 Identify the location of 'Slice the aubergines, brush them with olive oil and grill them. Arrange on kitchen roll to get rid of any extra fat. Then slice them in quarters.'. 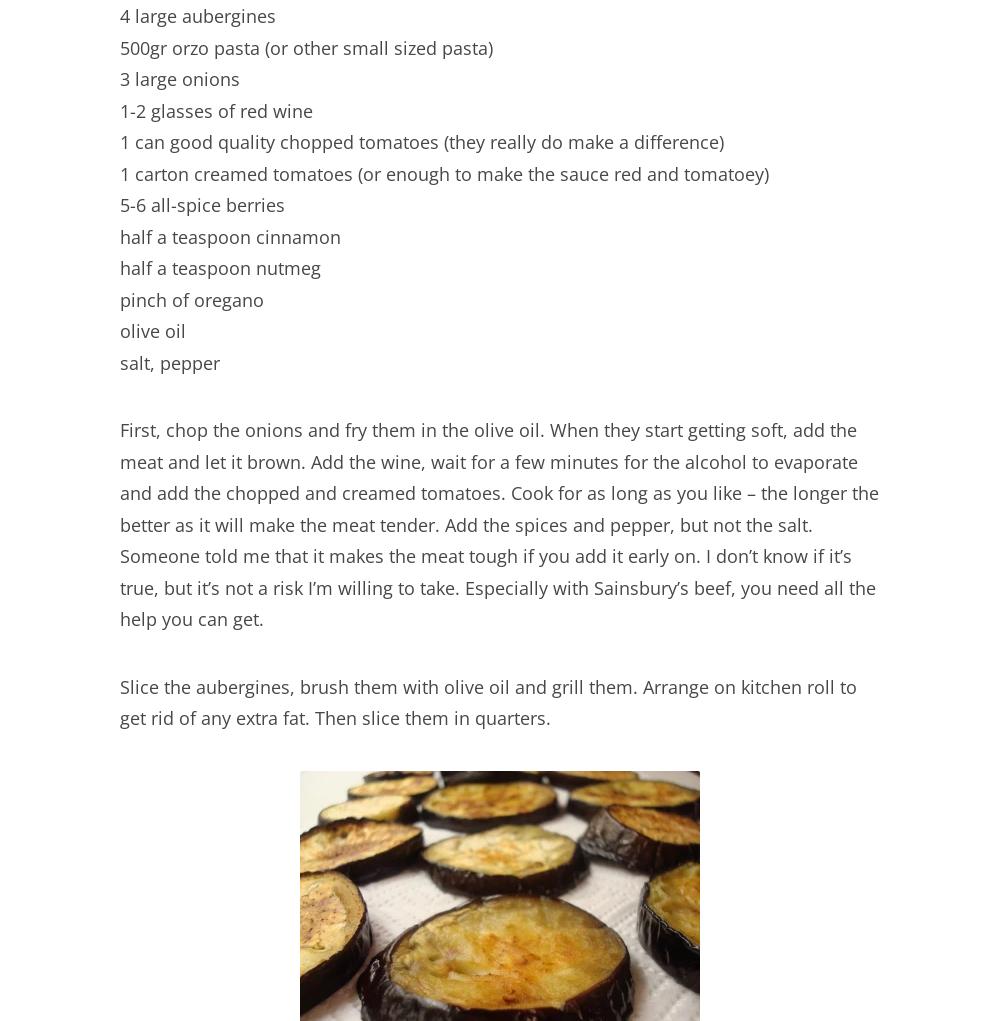
(487, 702).